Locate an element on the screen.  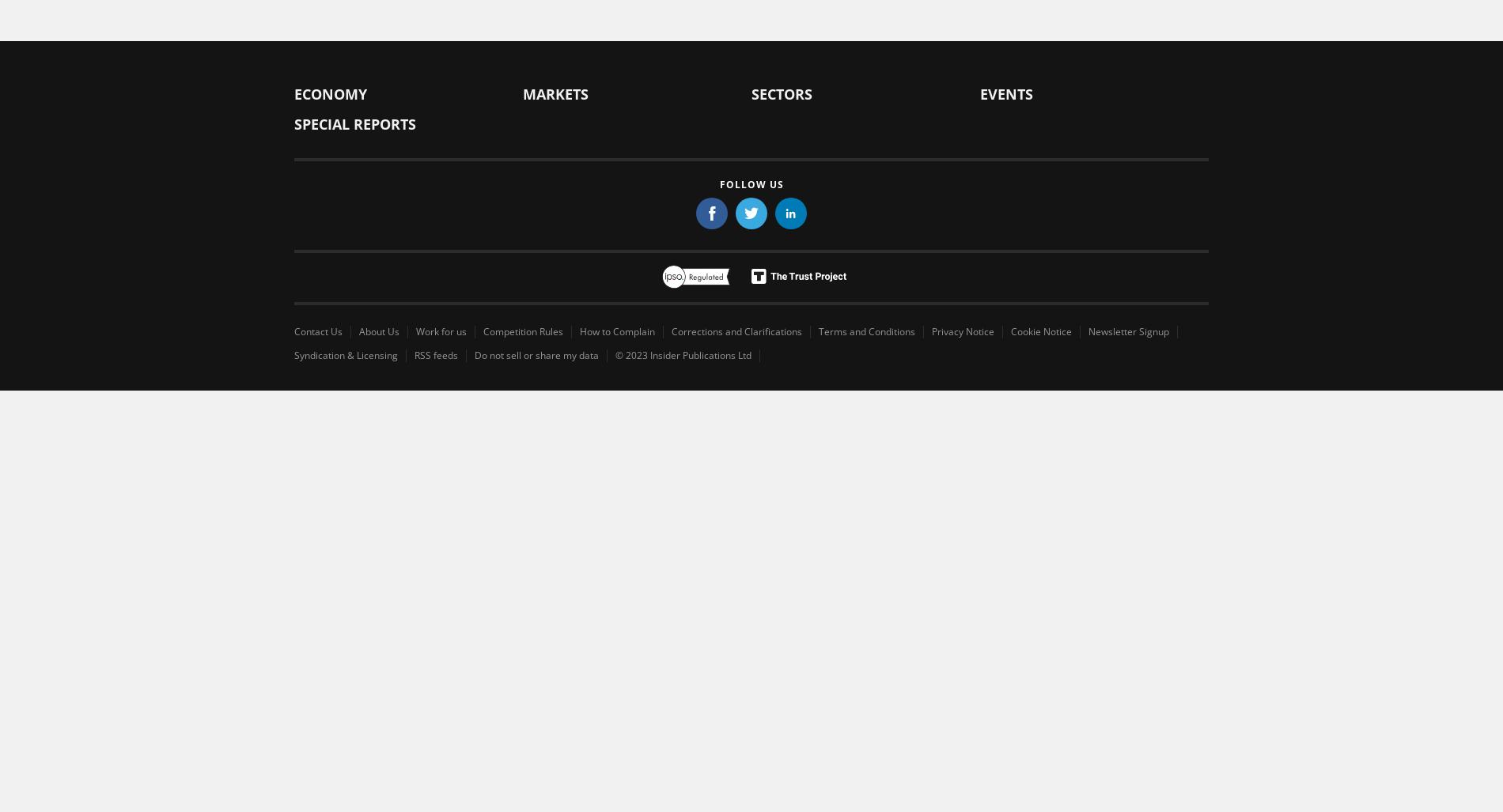
'Terms and Conditions' is located at coordinates (866, 330).